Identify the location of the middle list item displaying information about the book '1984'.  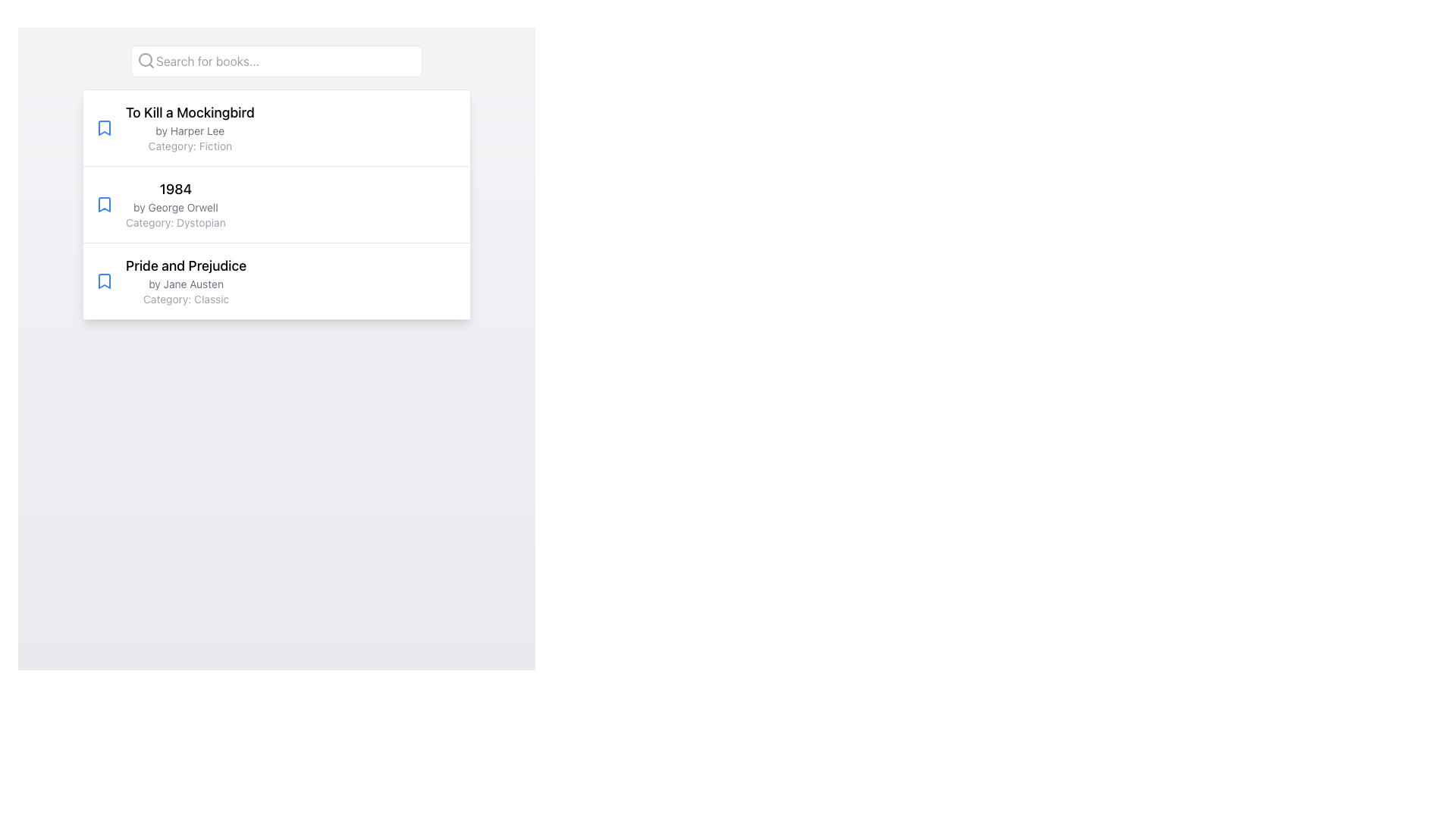
(276, 203).